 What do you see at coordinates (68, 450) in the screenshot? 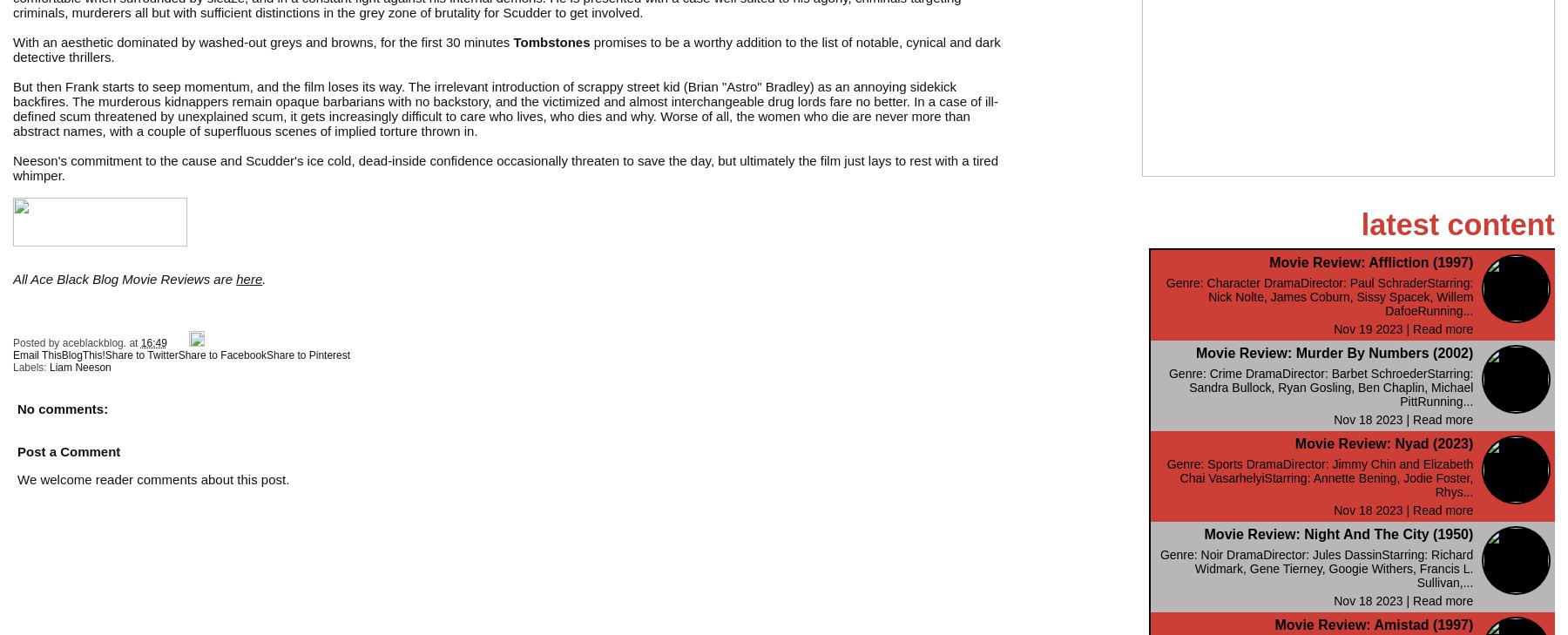
I see `'Post a Comment'` at bounding box center [68, 450].